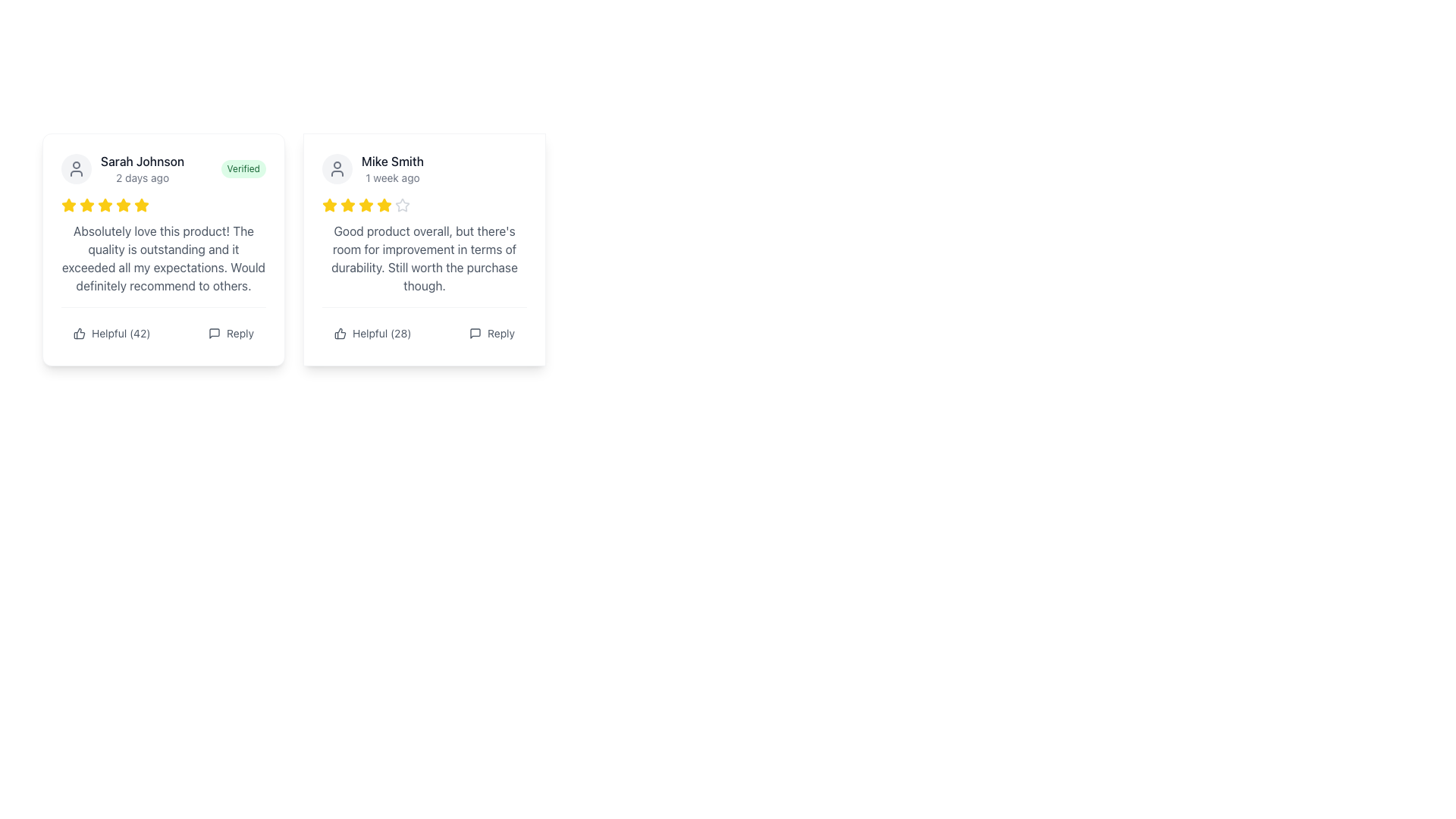 Image resolution: width=1456 pixels, height=819 pixels. I want to click on the fifth yellow star icon in the group of review icons below Sarah Johnson's name, so click(124, 205).